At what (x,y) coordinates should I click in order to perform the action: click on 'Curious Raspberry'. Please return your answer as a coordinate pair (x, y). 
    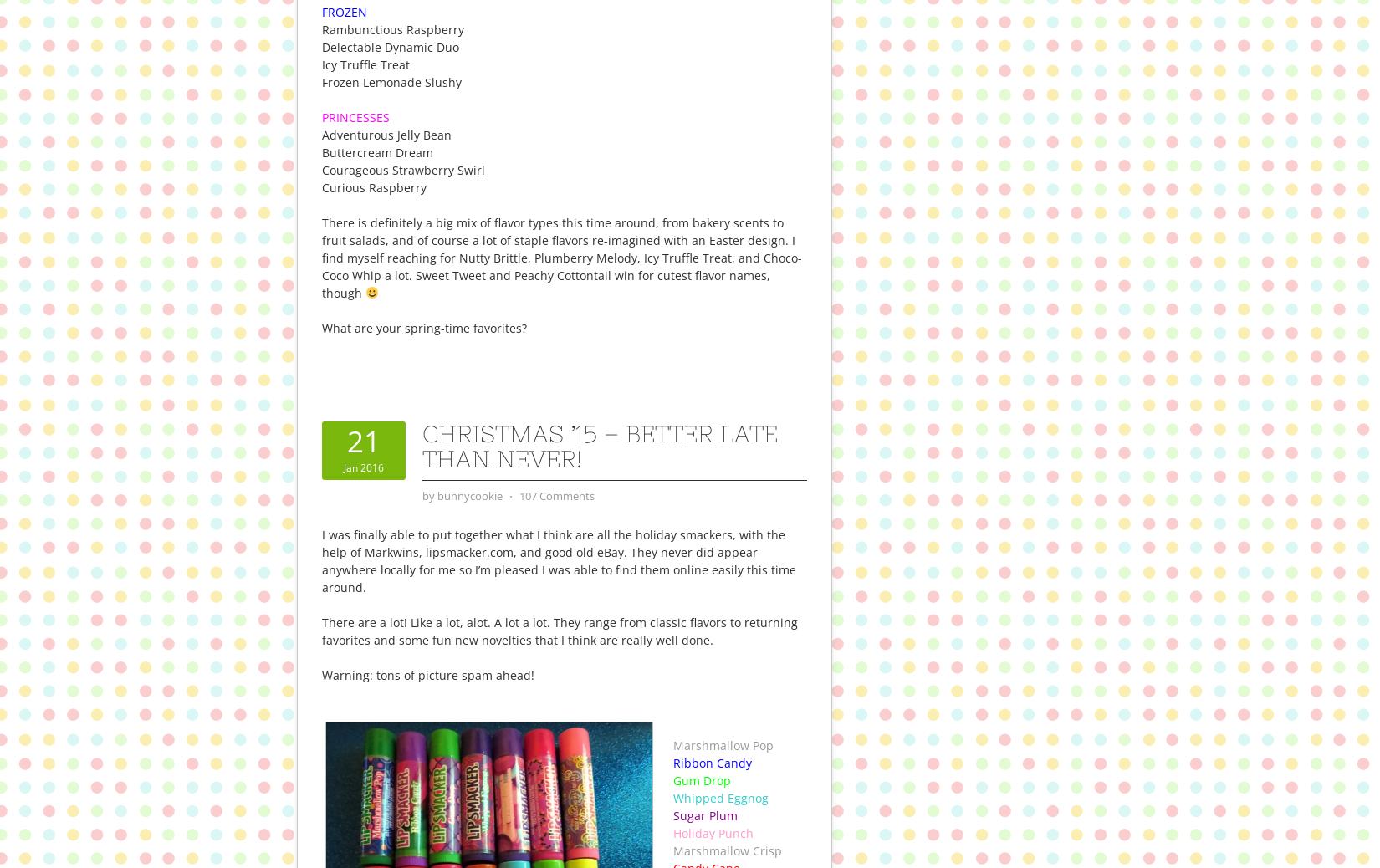
    Looking at the image, I should click on (373, 186).